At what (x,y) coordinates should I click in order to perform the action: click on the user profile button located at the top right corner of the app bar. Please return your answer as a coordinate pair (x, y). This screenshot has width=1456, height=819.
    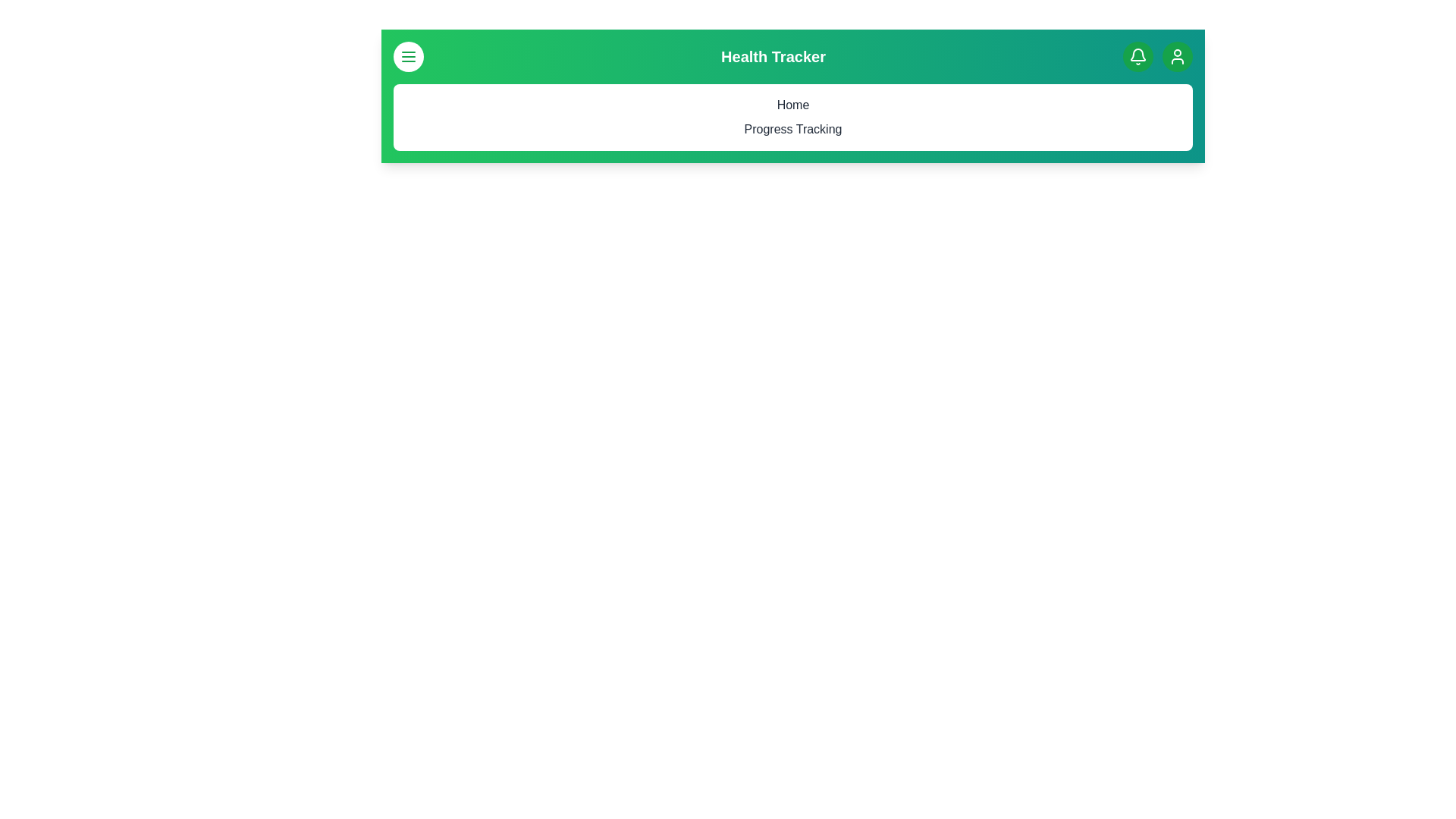
    Looking at the image, I should click on (1176, 55).